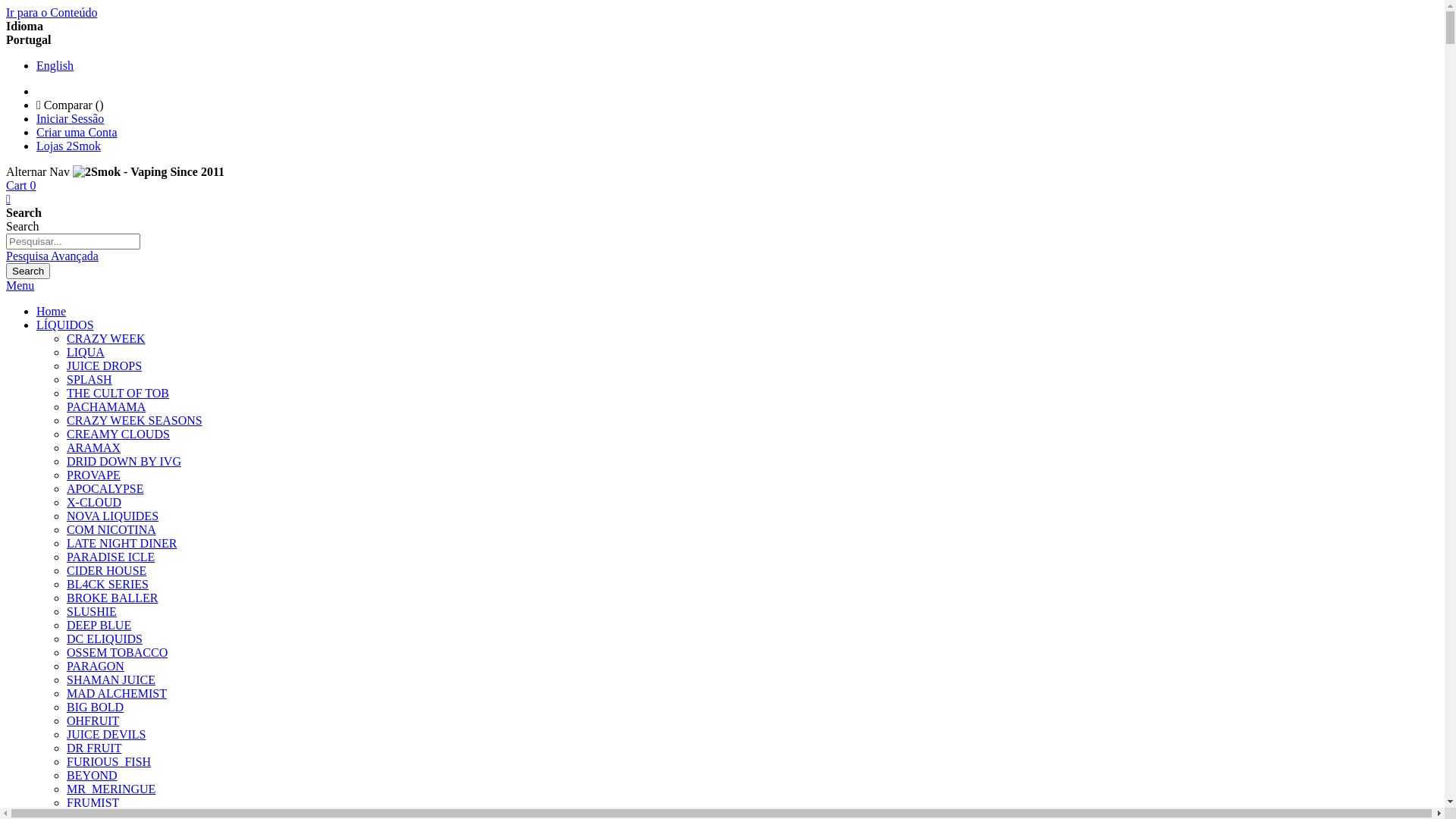 The image size is (1456, 819). I want to click on 'Lojas 2Smok', so click(67, 146).